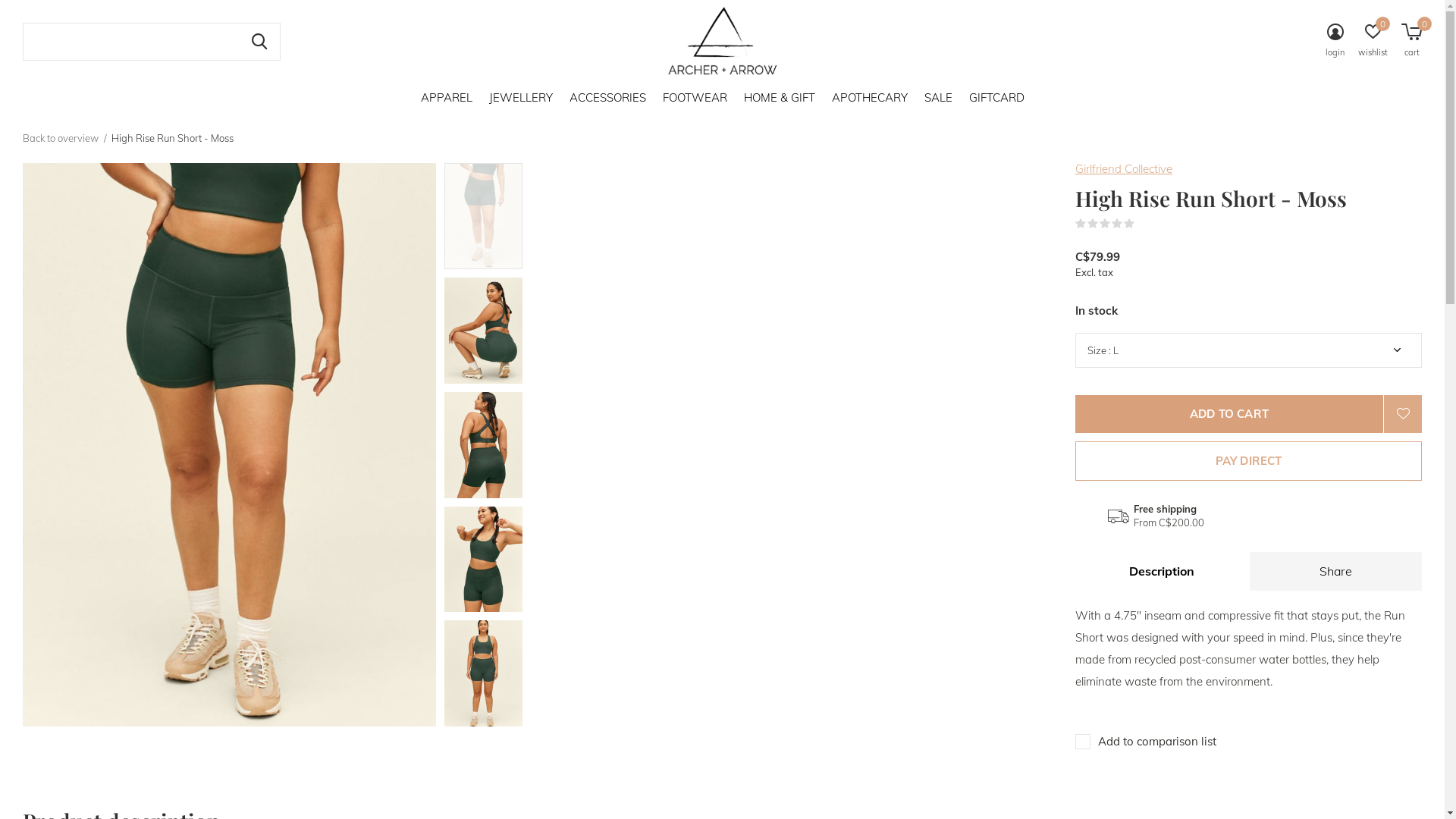 The height and width of the screenshot is (819, 1456). I want to click on 'login', so click(1335, 42).